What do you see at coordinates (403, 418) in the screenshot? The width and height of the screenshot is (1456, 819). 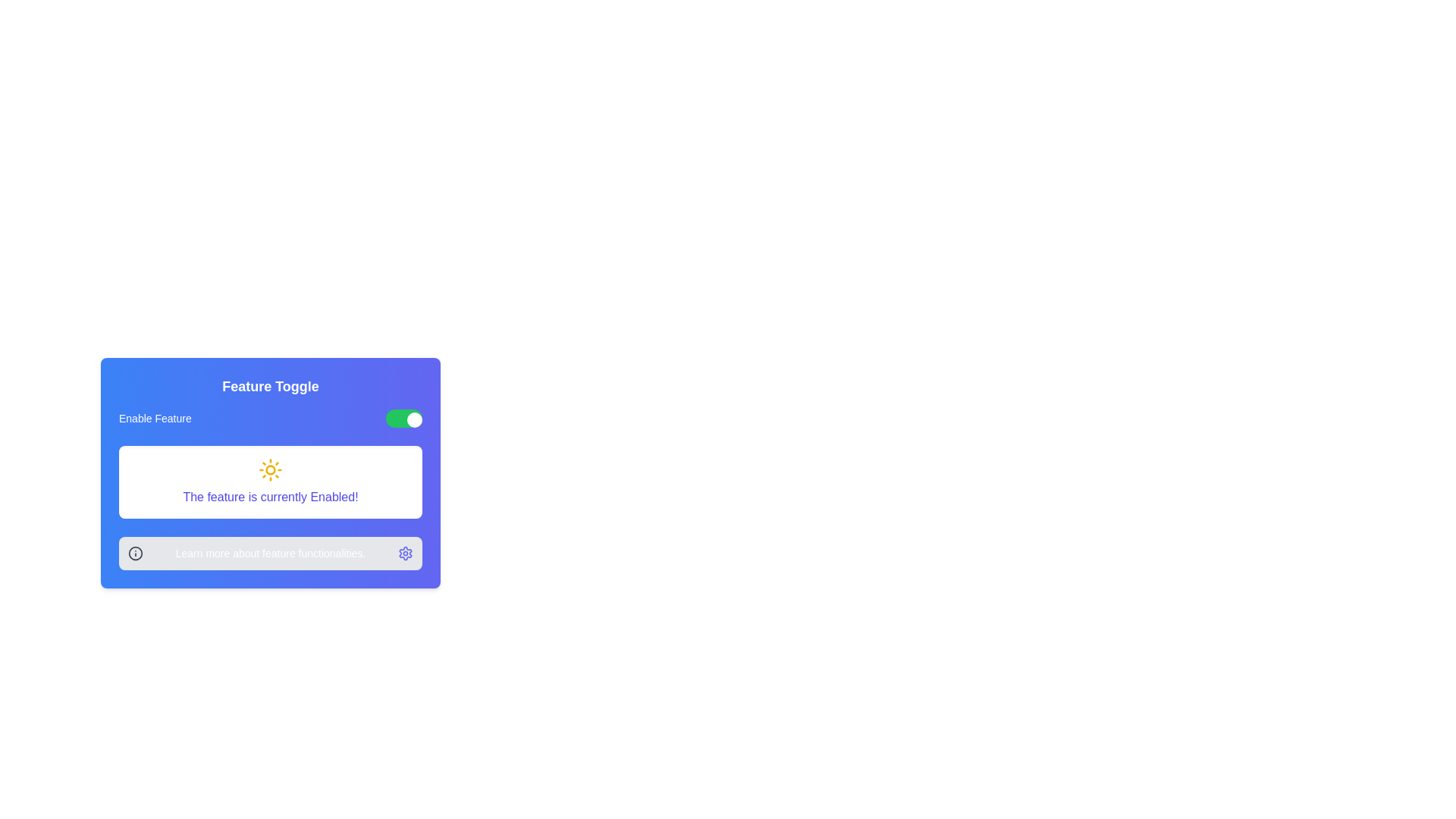 I see `the toggle switch located to the right of the 'Enable Feature' label in the 'Feature Toggle' section to switch its state` at bounding box center [403, 418].